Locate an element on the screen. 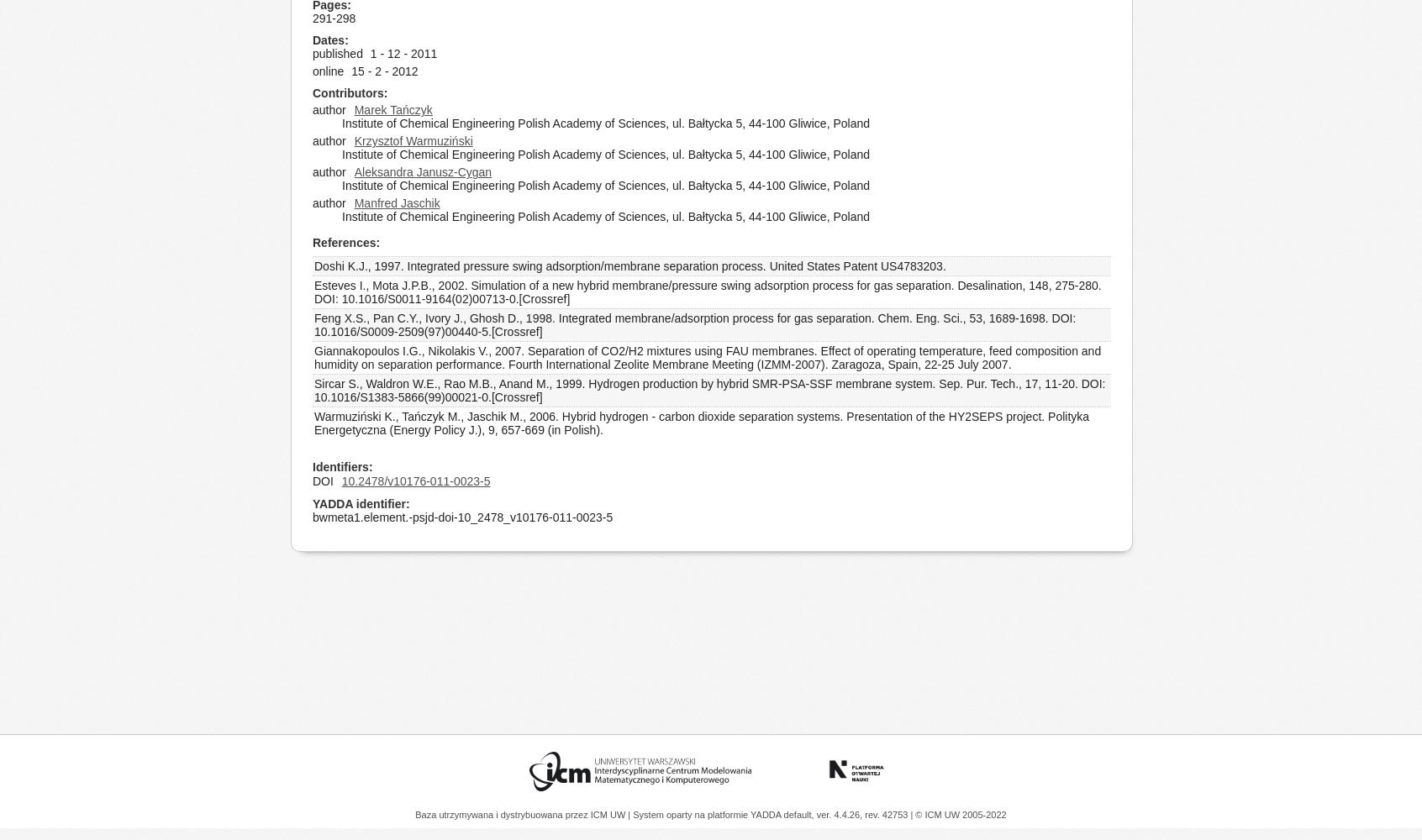 This screenshot has width=1422, height=840. 'YADDA identifier' is located at coordinates (358, 503).